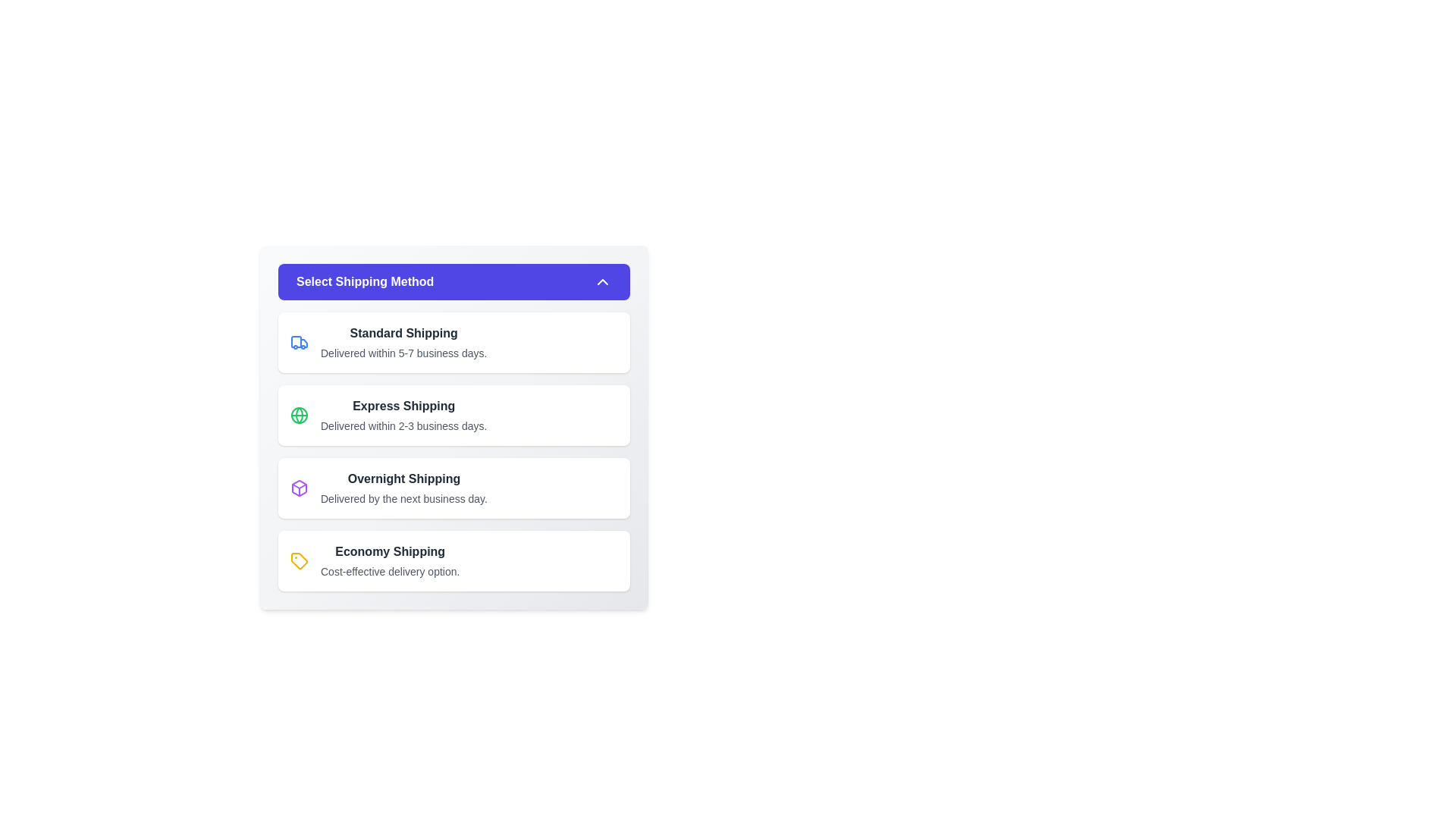  I want to click on the first option for standard shipping method located below the 'Select Shipping Method' header, so click(403, 342).